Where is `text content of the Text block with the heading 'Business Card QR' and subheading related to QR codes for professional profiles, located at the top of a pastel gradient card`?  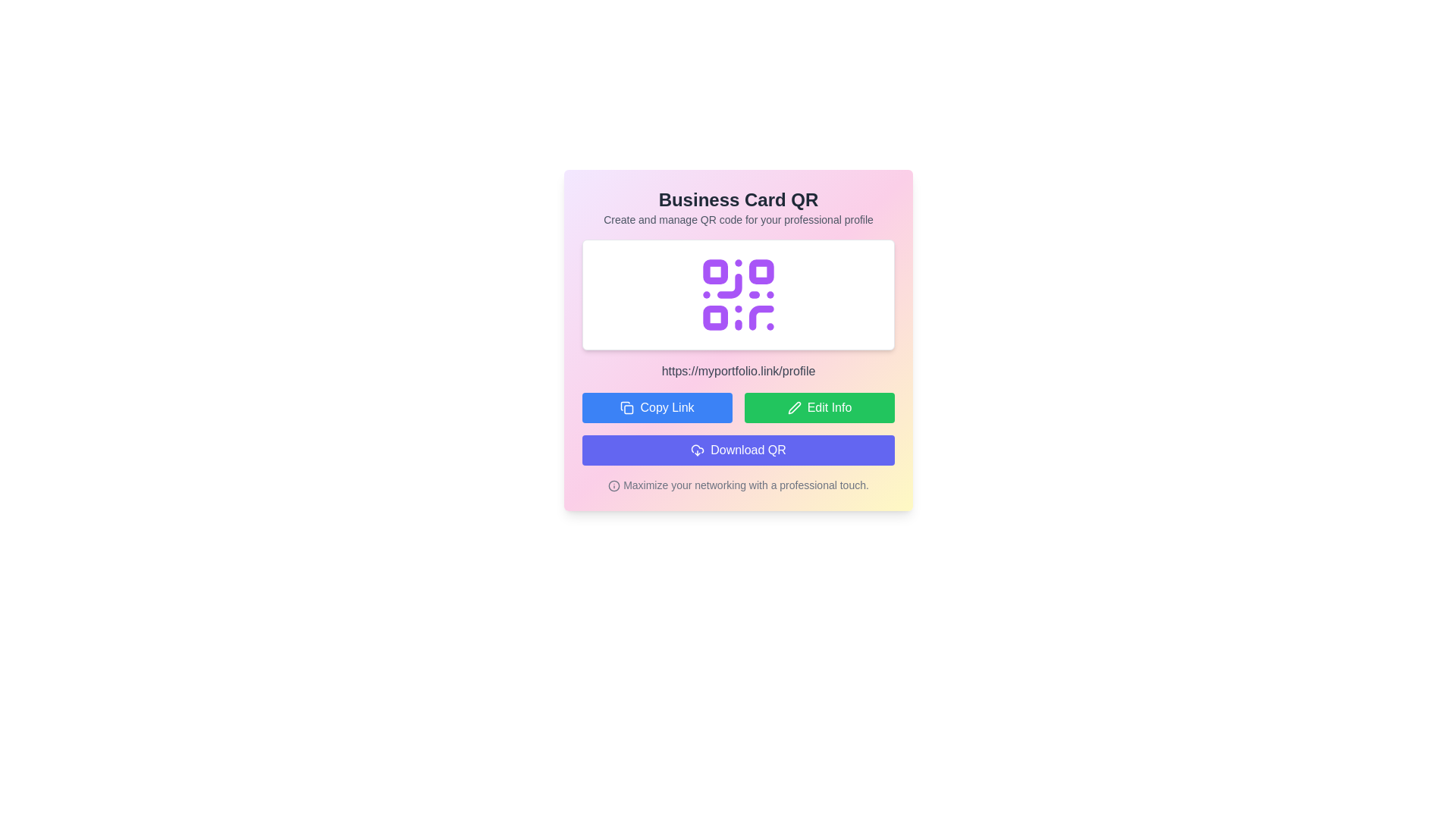
text content of the Text block with the heading 'Business Card QR' and subheading related to QR codes for professional profiles, located at the top of a pastel gradient card is located at coordinates (739, 207).